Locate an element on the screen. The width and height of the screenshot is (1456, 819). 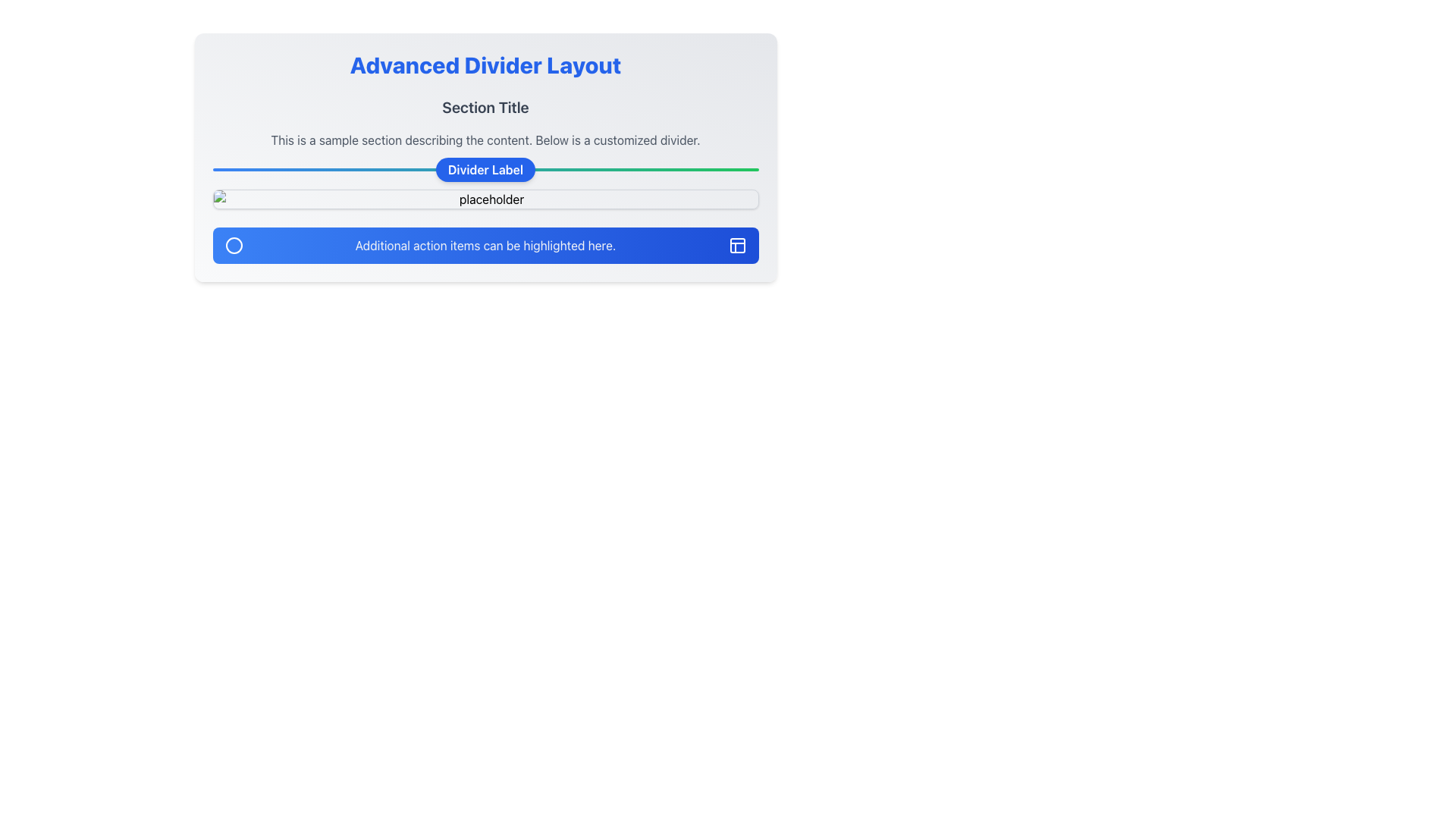
the circular icon styled as a white stroked circle with an empty center, which is positioned inside a blue button at the lower part of the card layout is located at coordinates (233, 245).